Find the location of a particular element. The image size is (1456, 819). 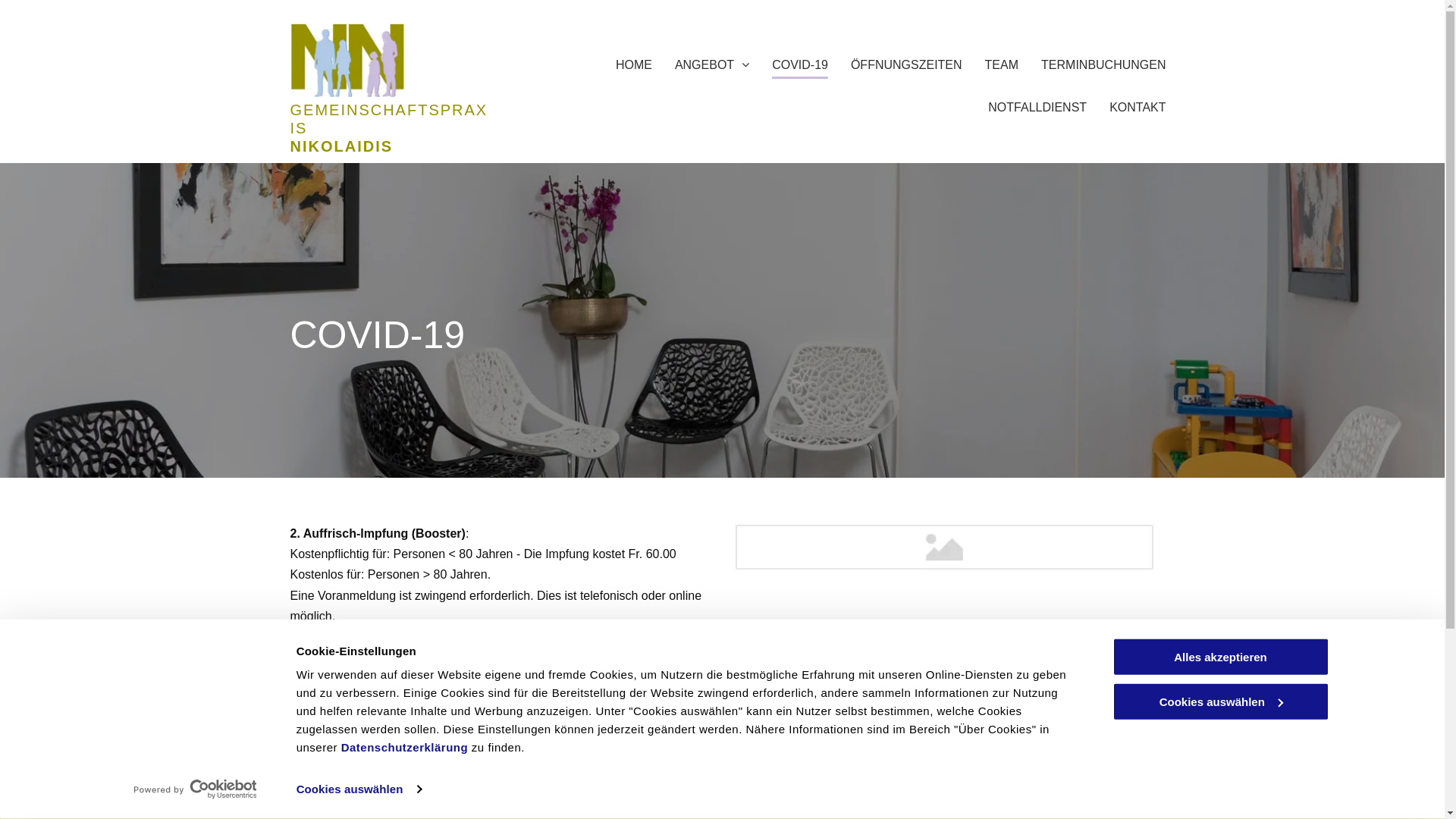

'TEAM' is located at coordinates (1001, 61).